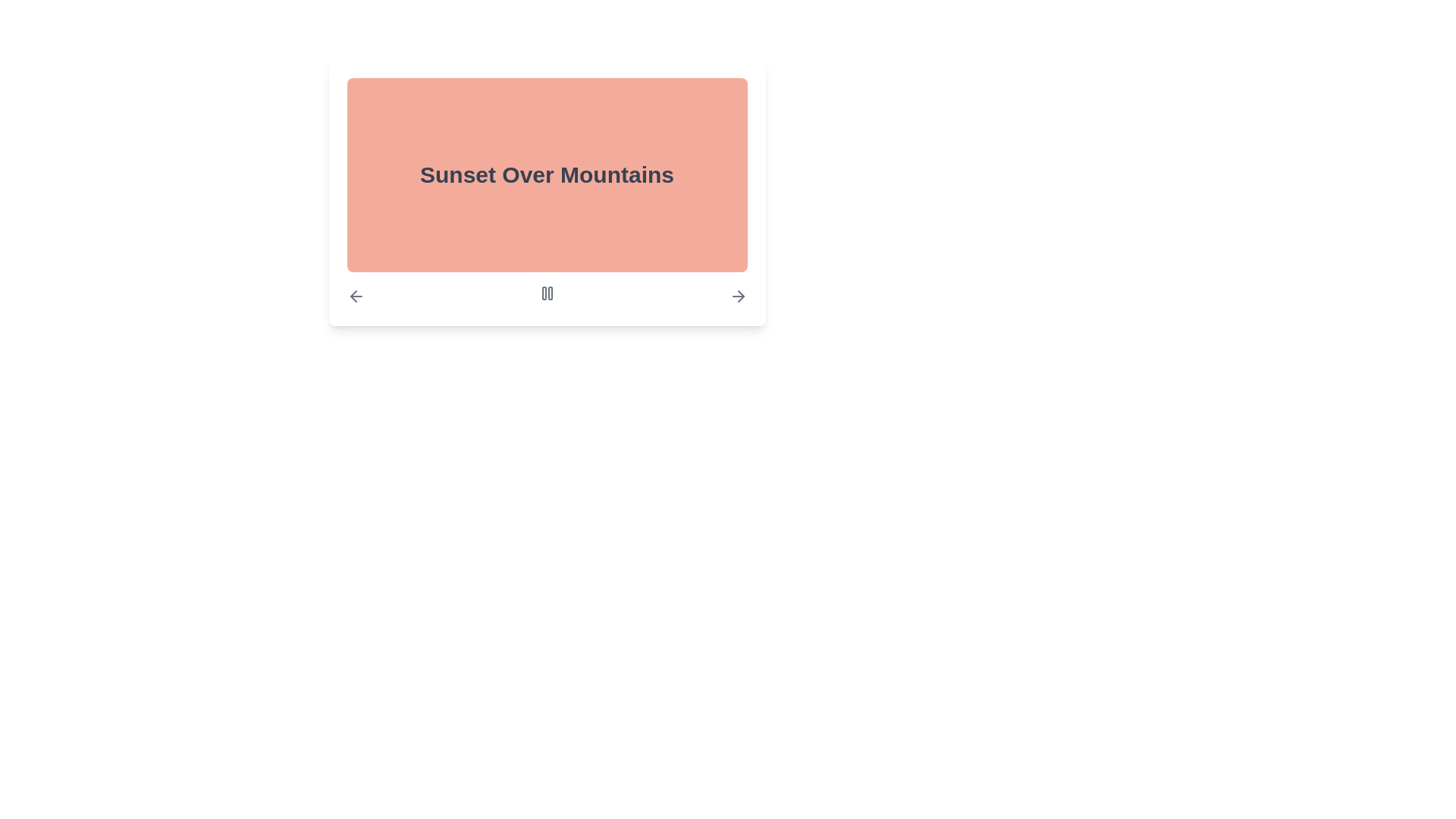  Describe the element at coordinates (352, 295) in the screenshot. I see `the navigational icon located at the left side of the interface` at that location.